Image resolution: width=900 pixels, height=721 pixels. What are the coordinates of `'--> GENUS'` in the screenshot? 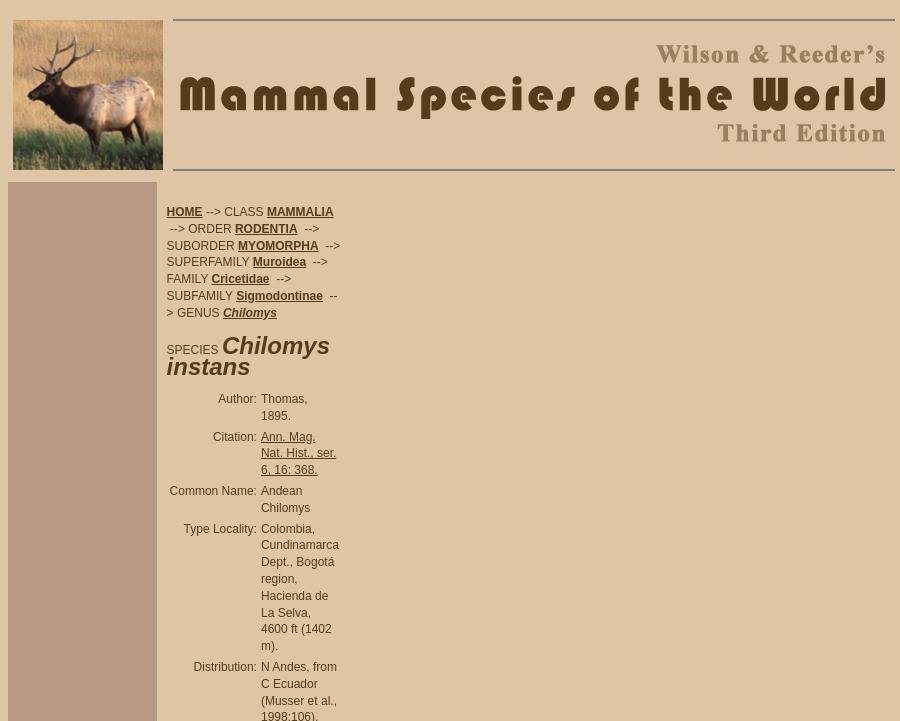 It's located at (250, 302).